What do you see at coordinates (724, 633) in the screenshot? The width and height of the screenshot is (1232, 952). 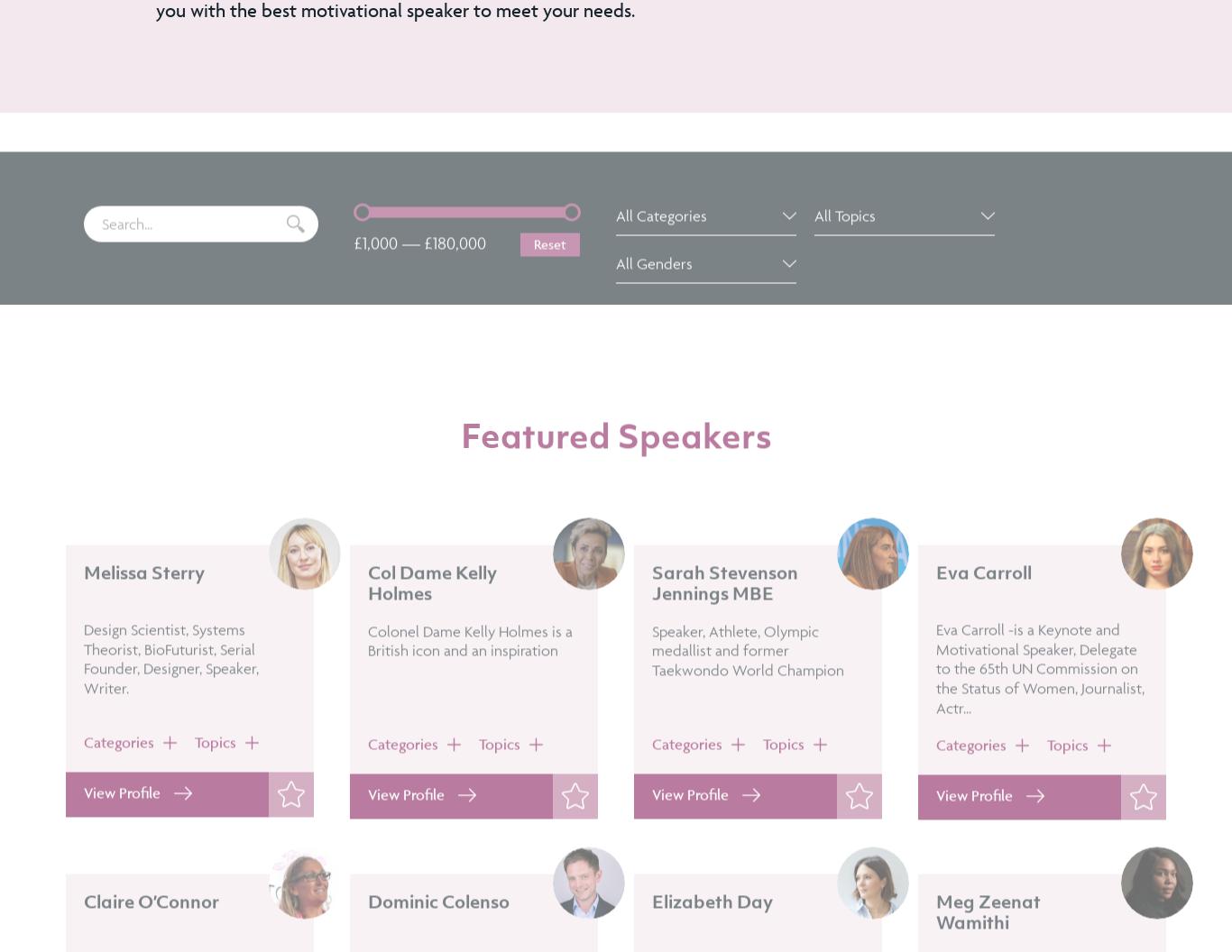 I see `'Sarah Stevenson Jennings MBE'` at bounding box center [724, 633].